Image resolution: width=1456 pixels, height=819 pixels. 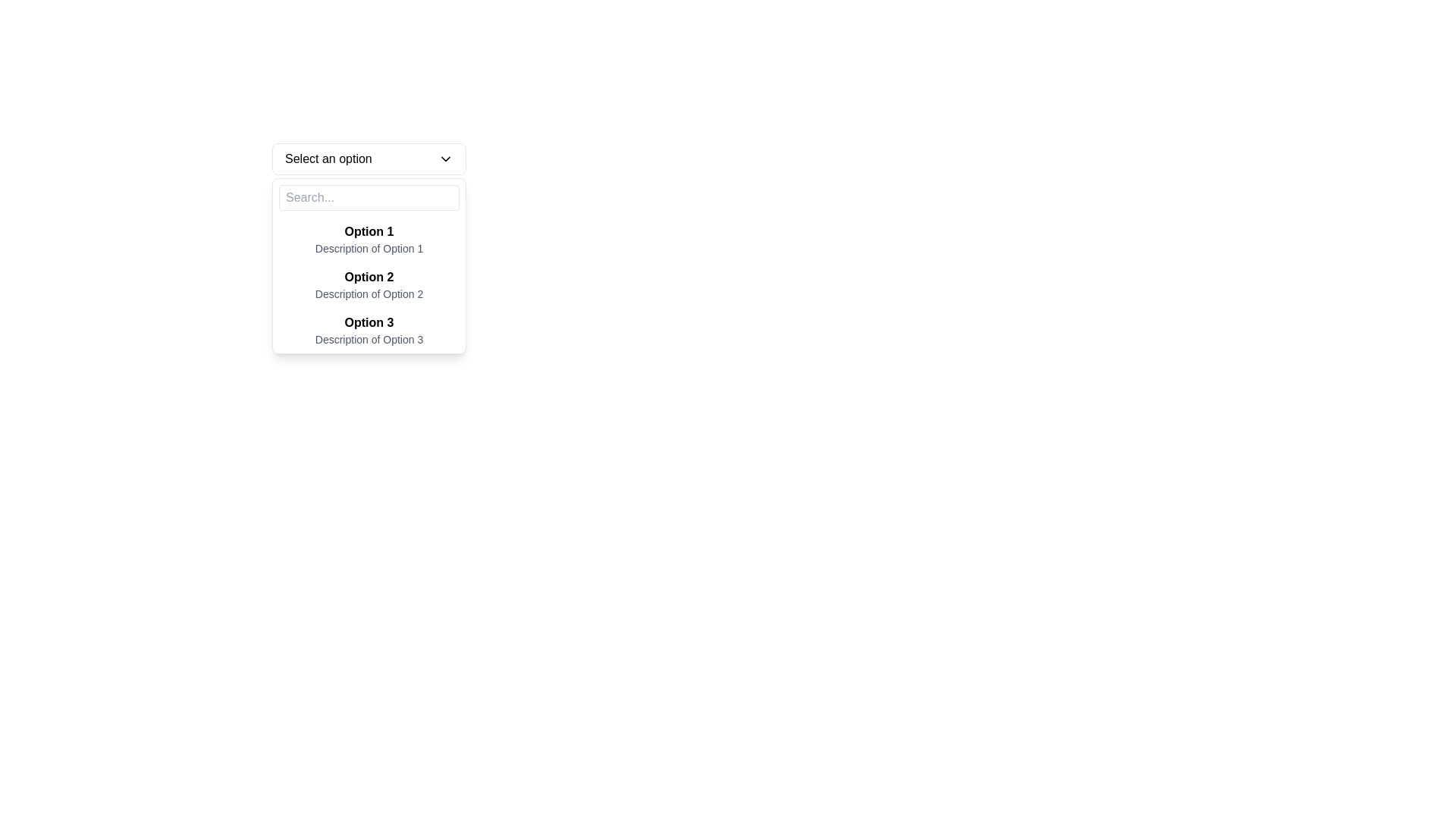 What do you see at coordinates (445, 158) in the screenshot?
I see `the chevron icon located on the right-hand side of the dropdown header, next to the 'Select an option' label` at bounding box center [445, 158].